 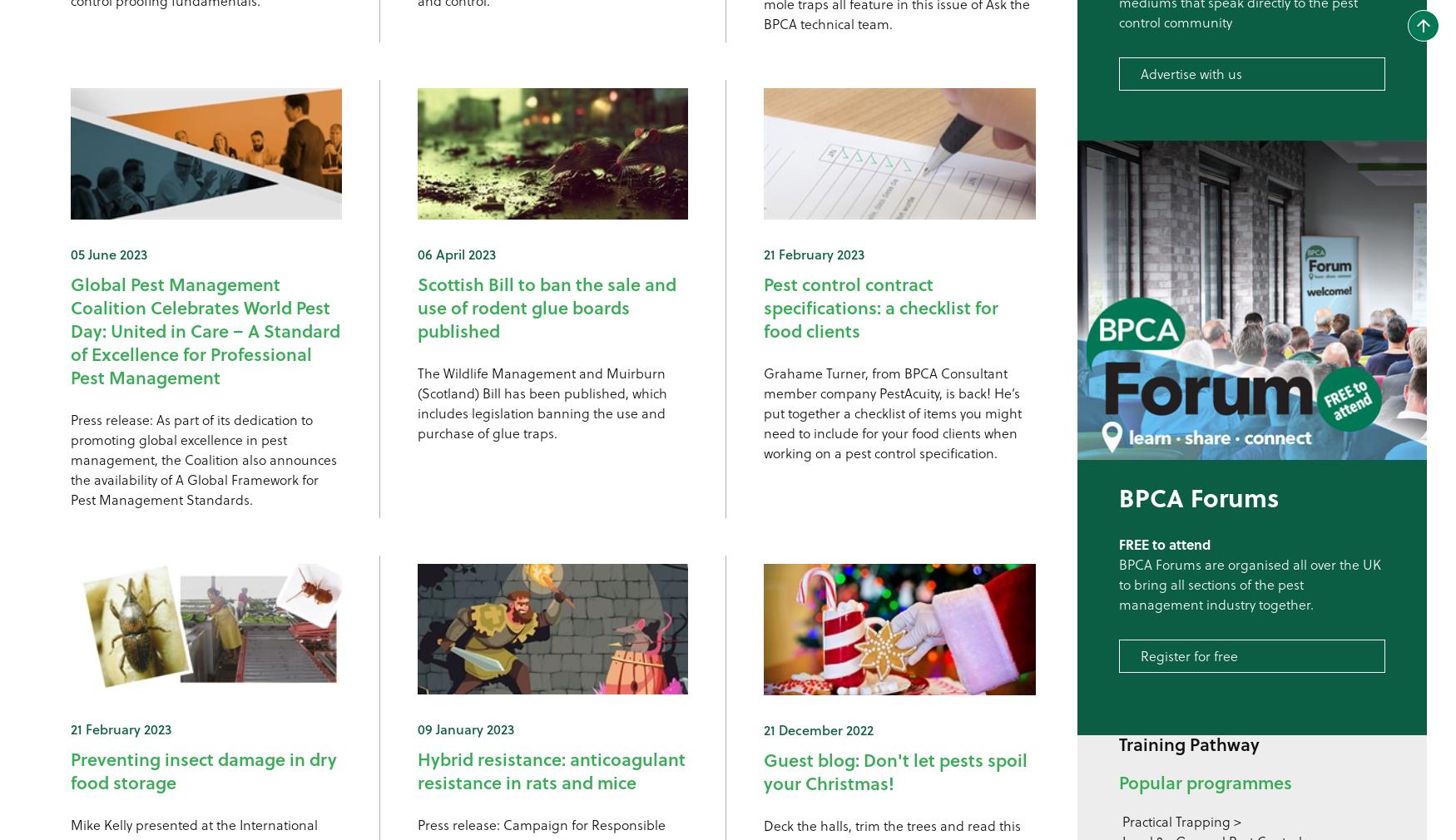 I want to click on 'FREE to attend', so click(x=1164, y=543).